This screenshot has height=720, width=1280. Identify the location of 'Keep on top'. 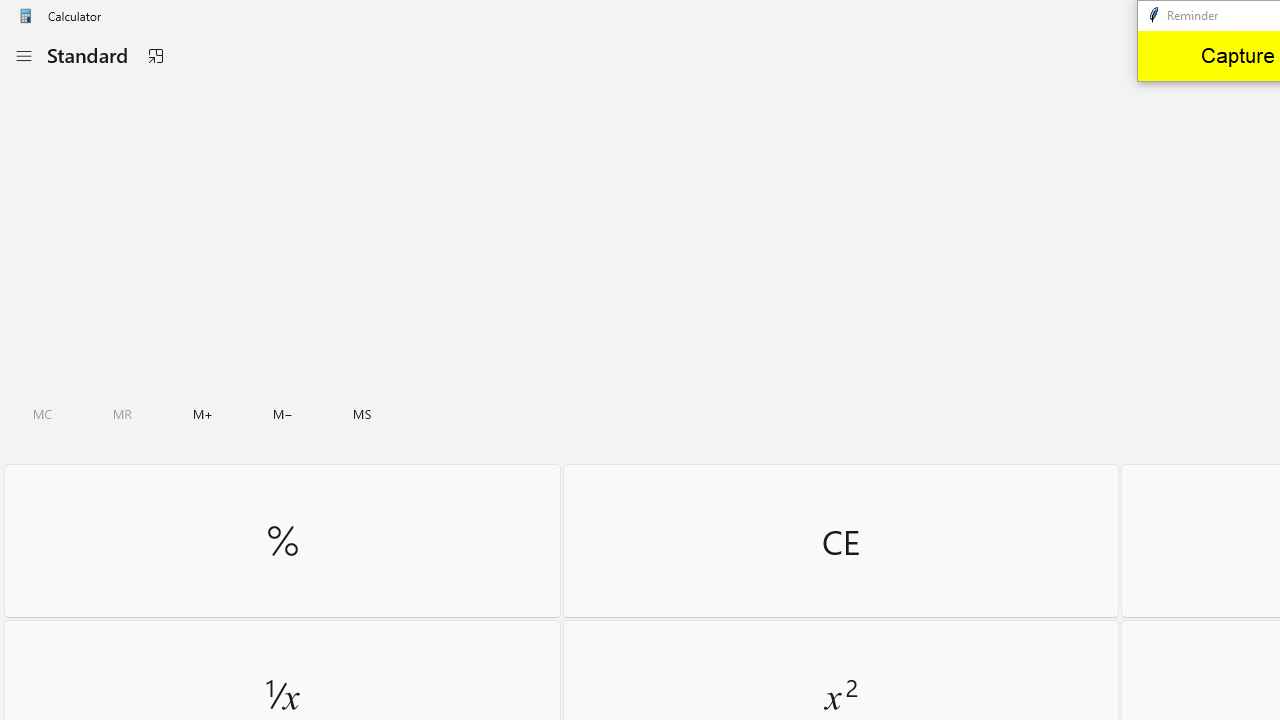
(154, 55).